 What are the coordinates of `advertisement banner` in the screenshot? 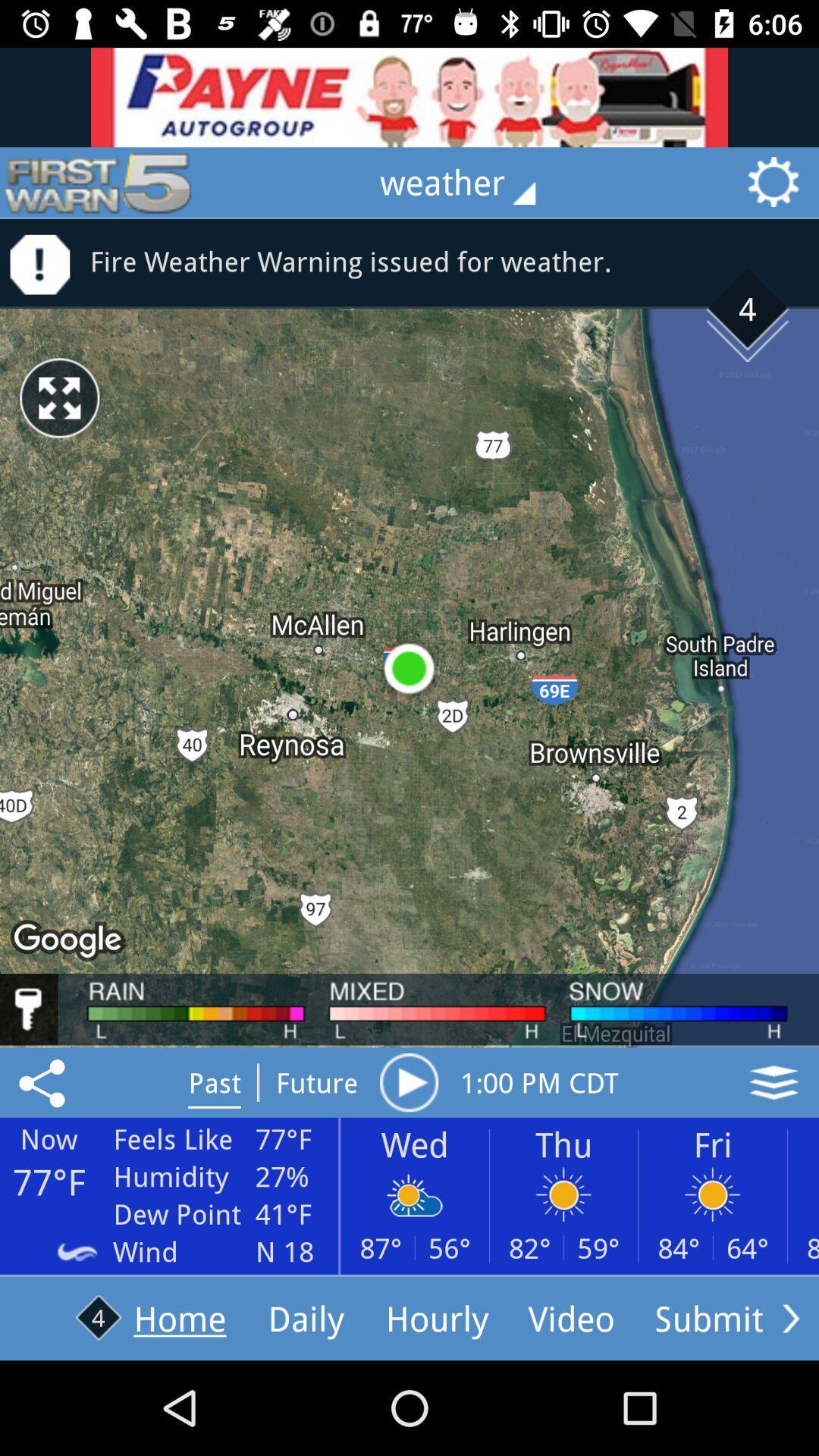 It's located at (409, 96).